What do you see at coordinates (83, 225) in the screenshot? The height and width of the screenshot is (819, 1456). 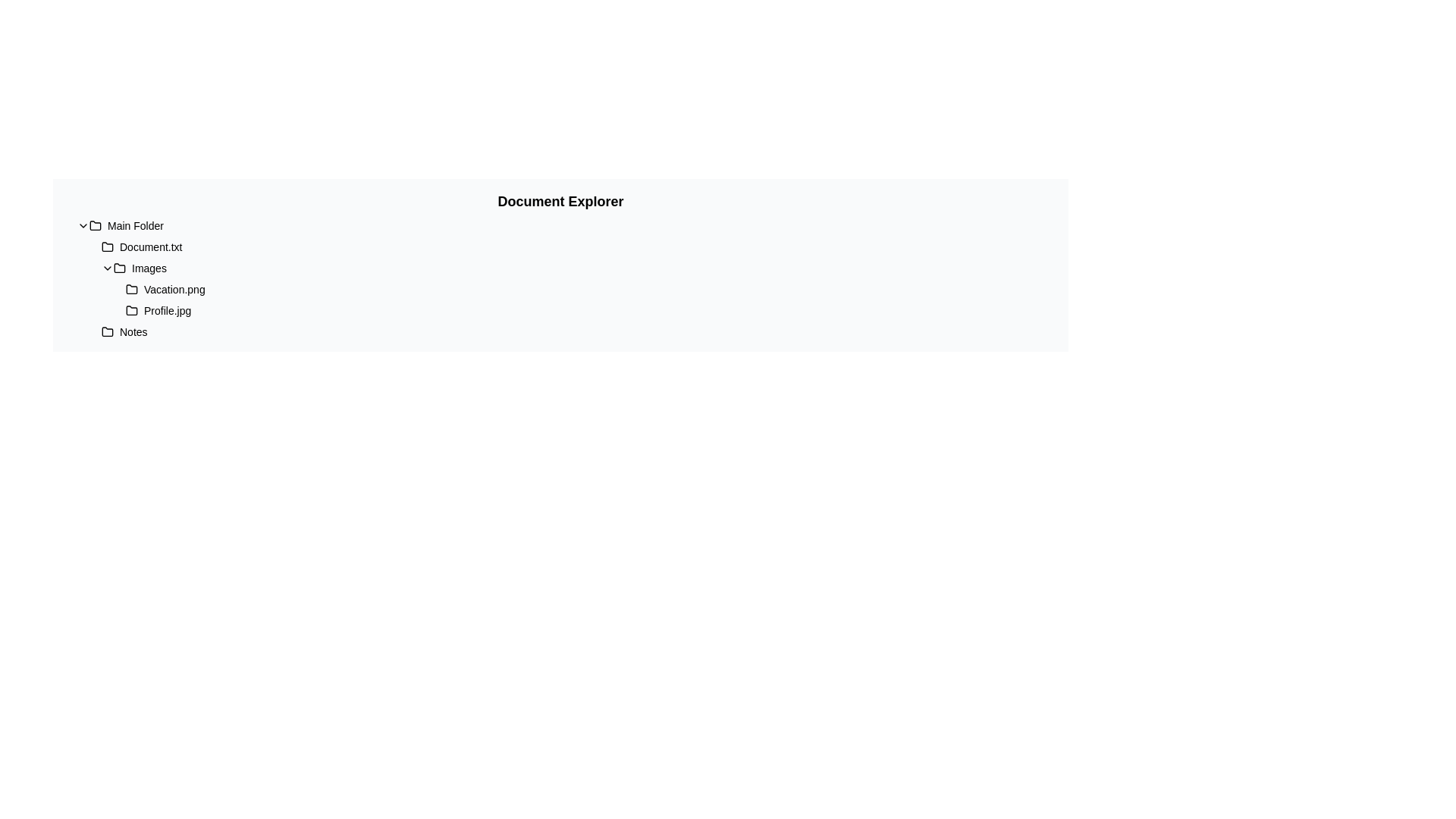 I see `the toggle icon that expands or collapses the viewable contents of the 'Main Folder', located before the folder icon and the text 'Main Folder'` at bounding box center [83, 225].